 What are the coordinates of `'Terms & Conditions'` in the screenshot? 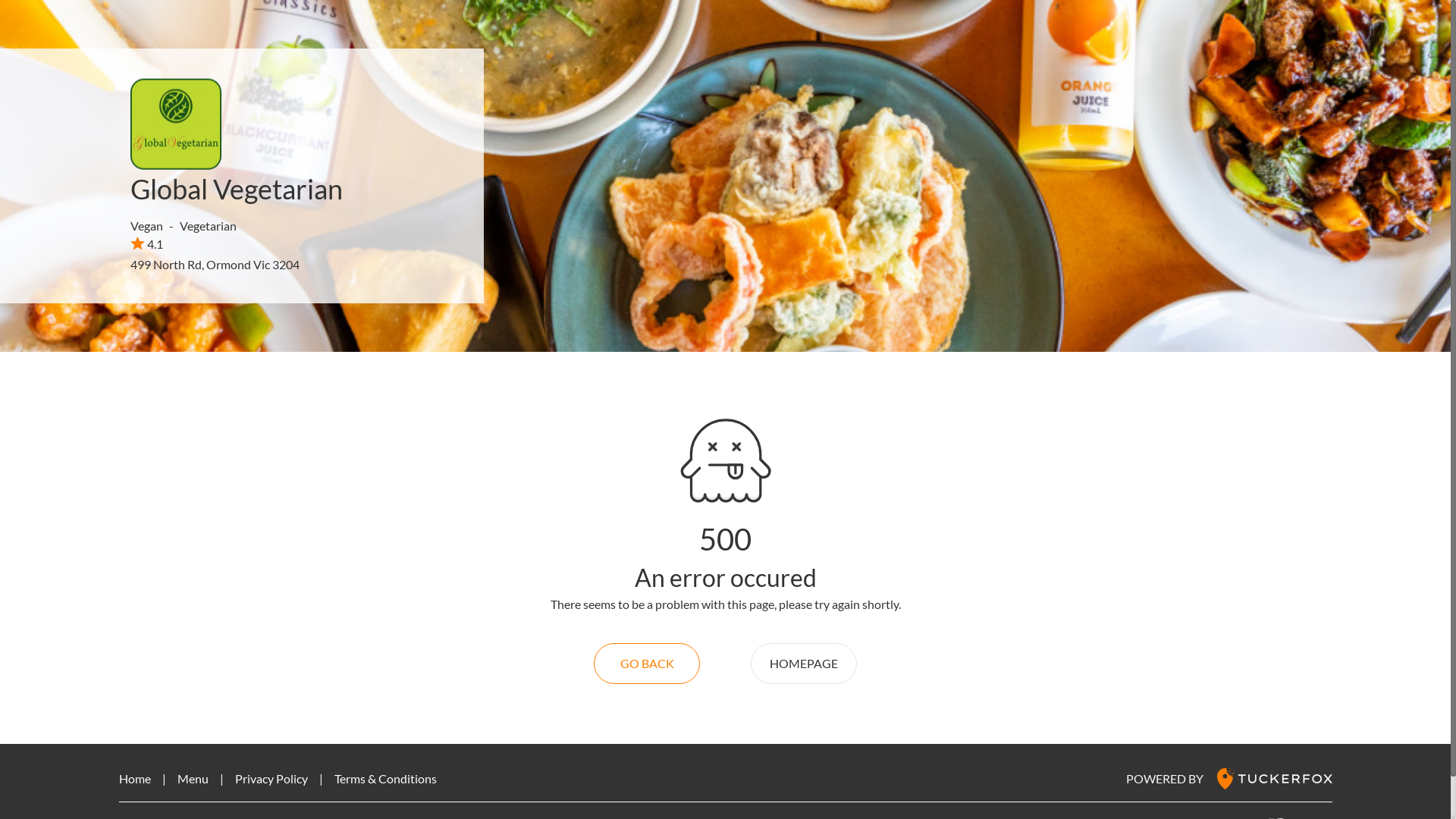 It's located at (384, 778).